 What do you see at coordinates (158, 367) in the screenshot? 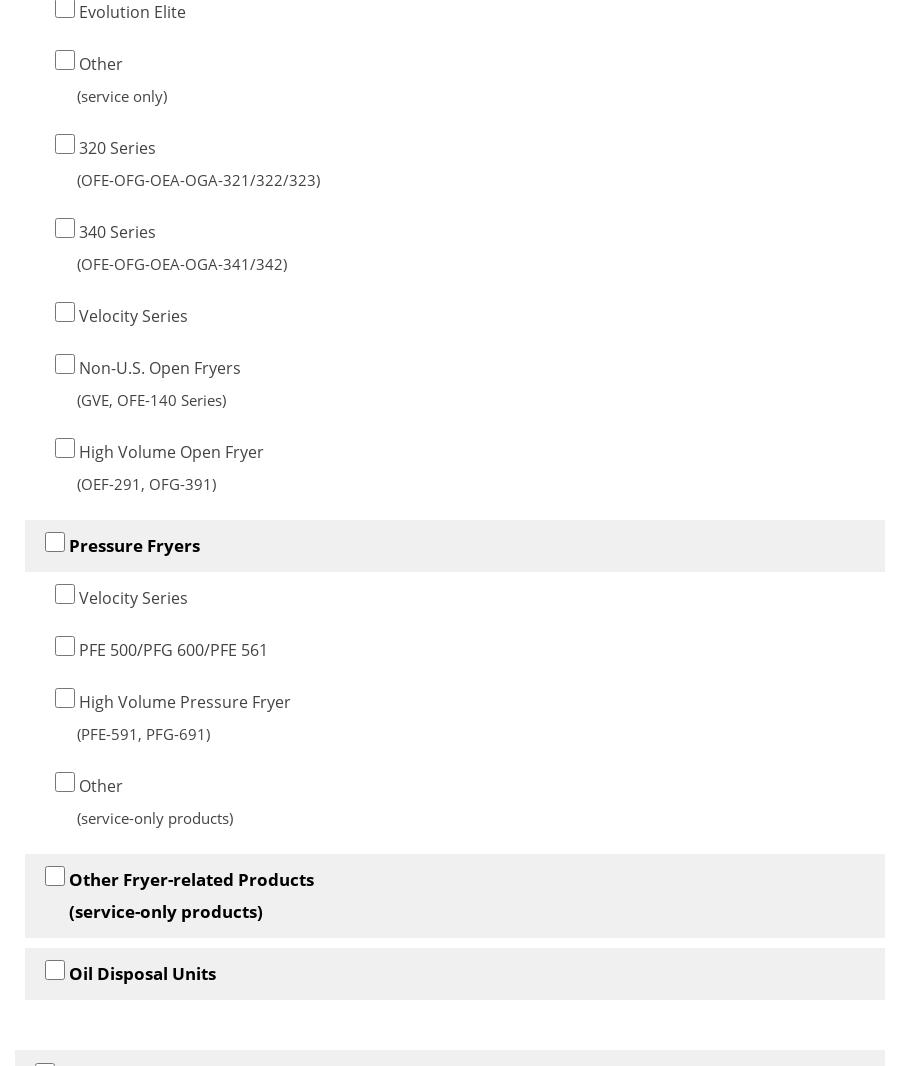
I see `'Non-U.S. Open Fryers'` at bounding box center [158, 367].